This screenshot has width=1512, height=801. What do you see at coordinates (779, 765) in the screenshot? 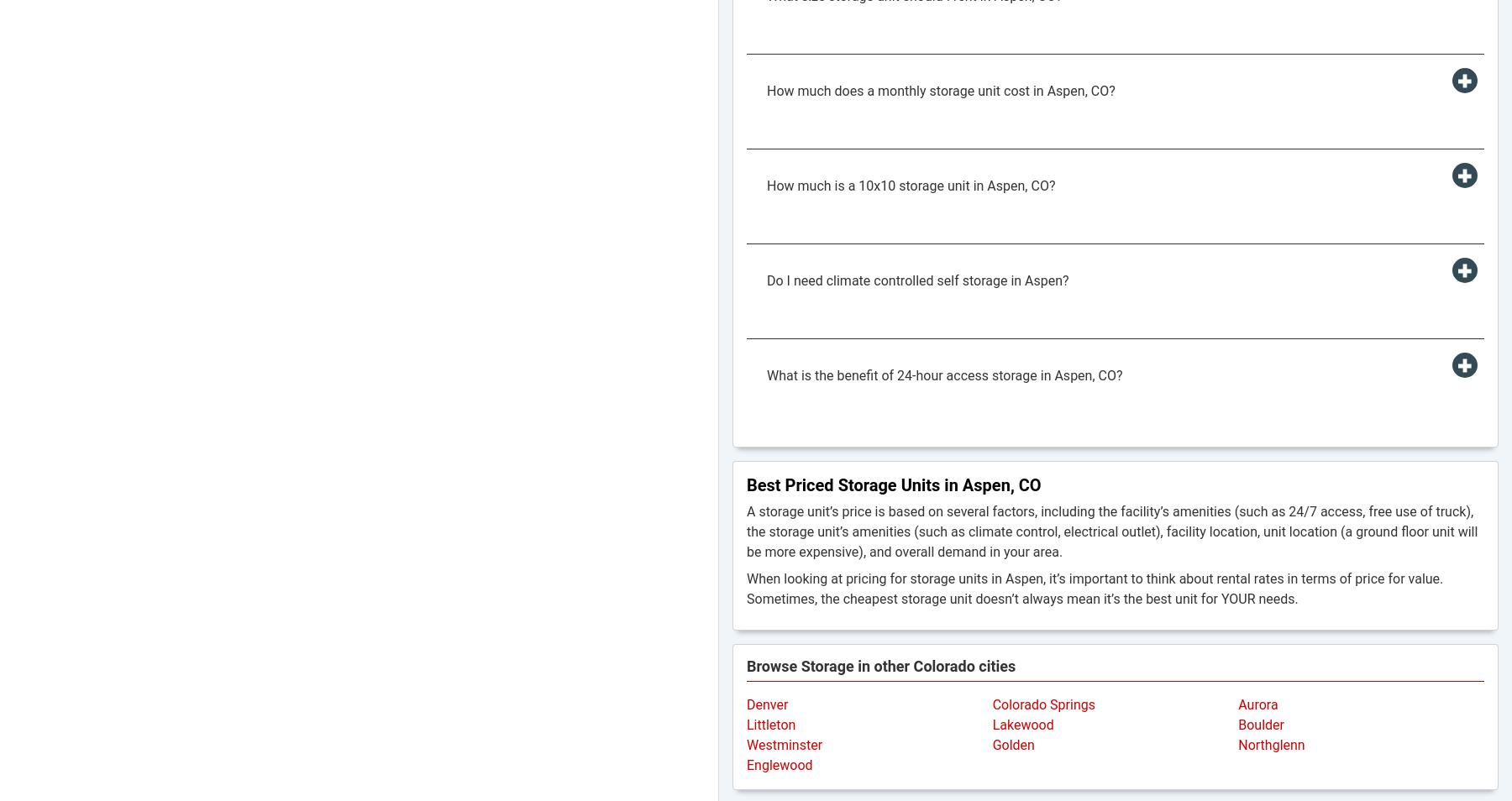
I see `'Englewood'` at bounding box center [779, 765].